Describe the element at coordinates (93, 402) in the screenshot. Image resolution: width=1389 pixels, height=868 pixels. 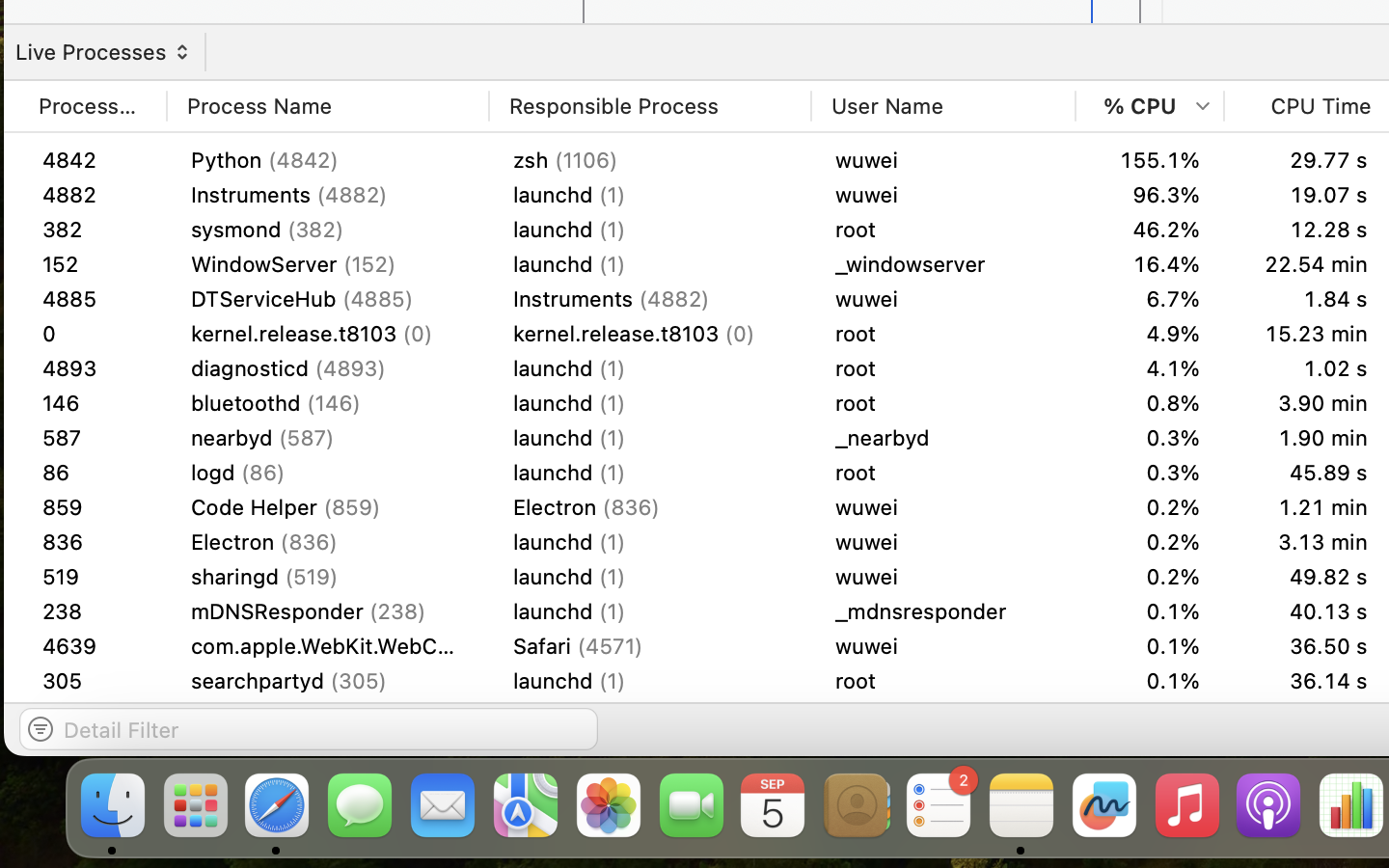
I see `'146'` at that location.